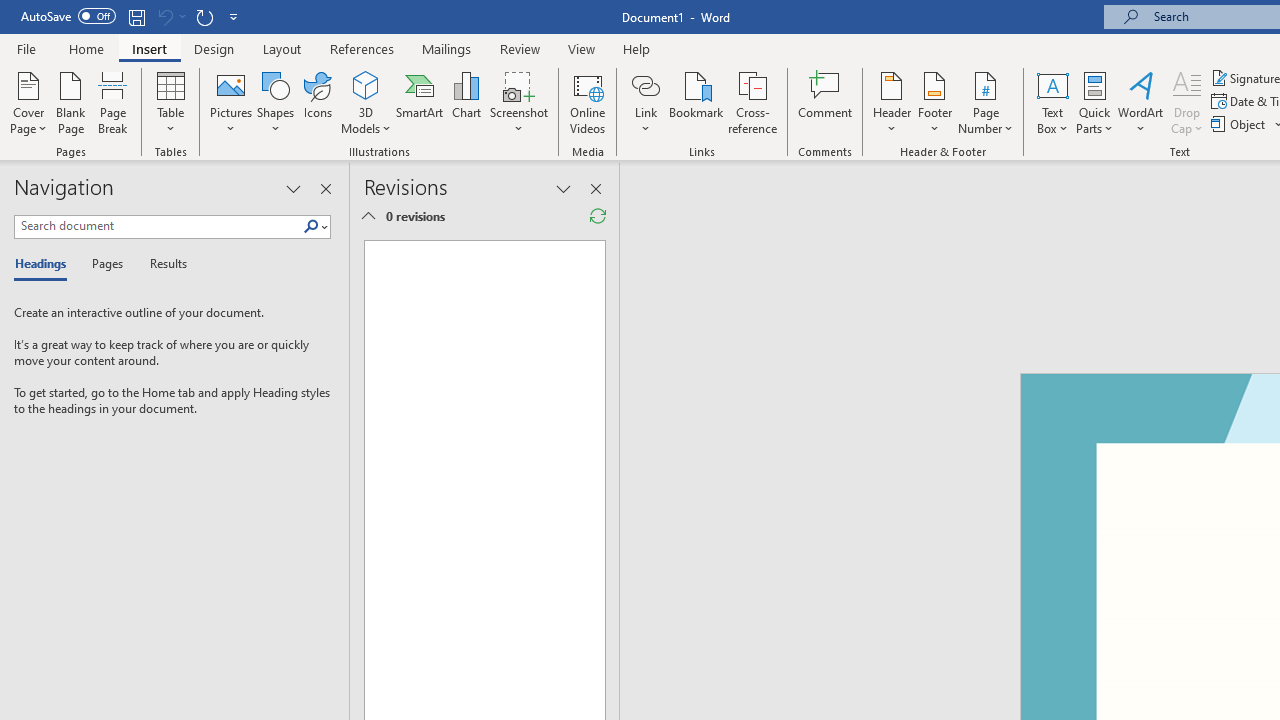 The height and width of the screenshot is (720, 1280). I want to click on 'Blank Page', so click(71, 103).